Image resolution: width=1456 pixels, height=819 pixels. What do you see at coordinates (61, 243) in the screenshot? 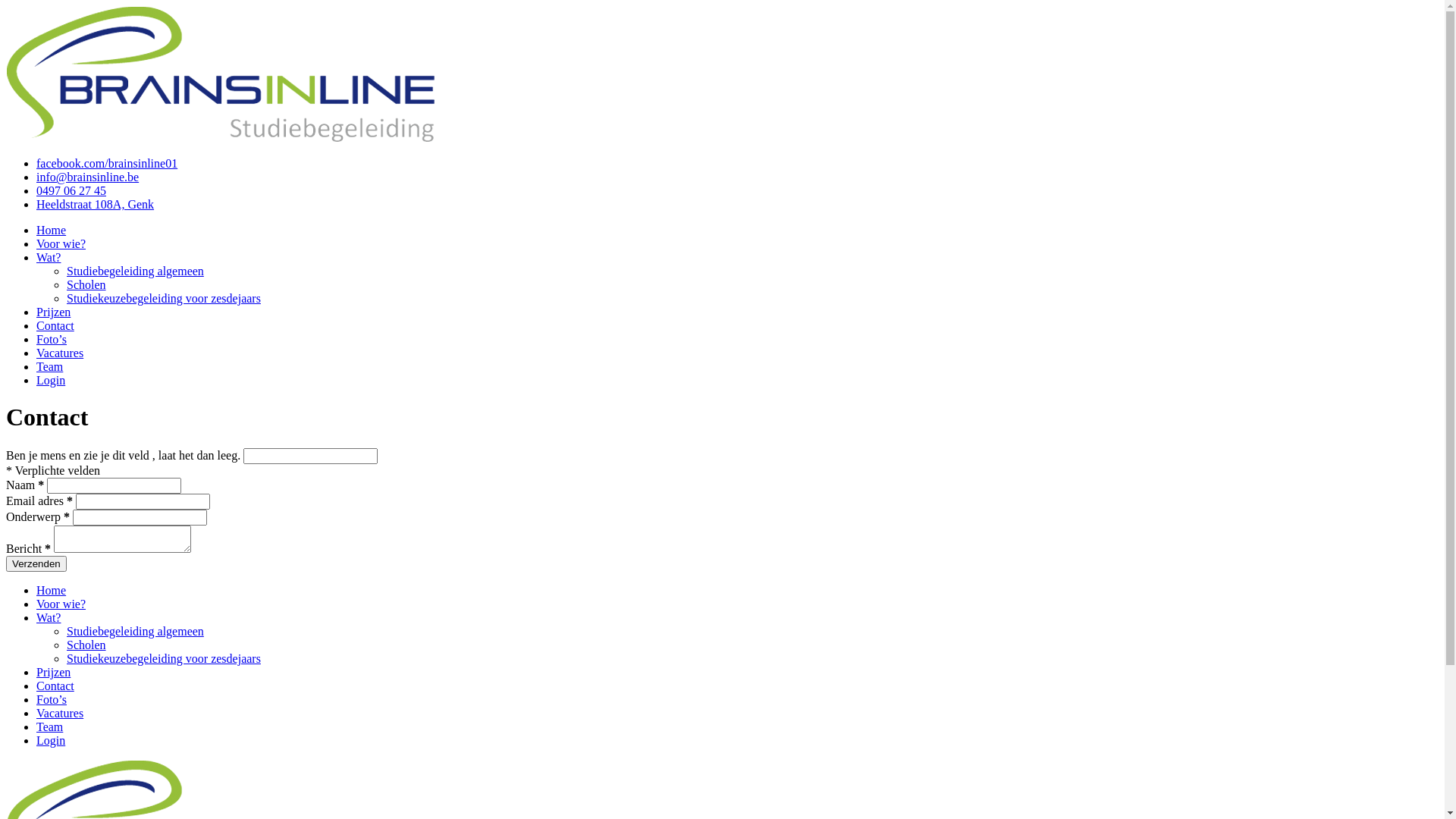
I see `'Voor wie?'` at bounding box center [61, 243].